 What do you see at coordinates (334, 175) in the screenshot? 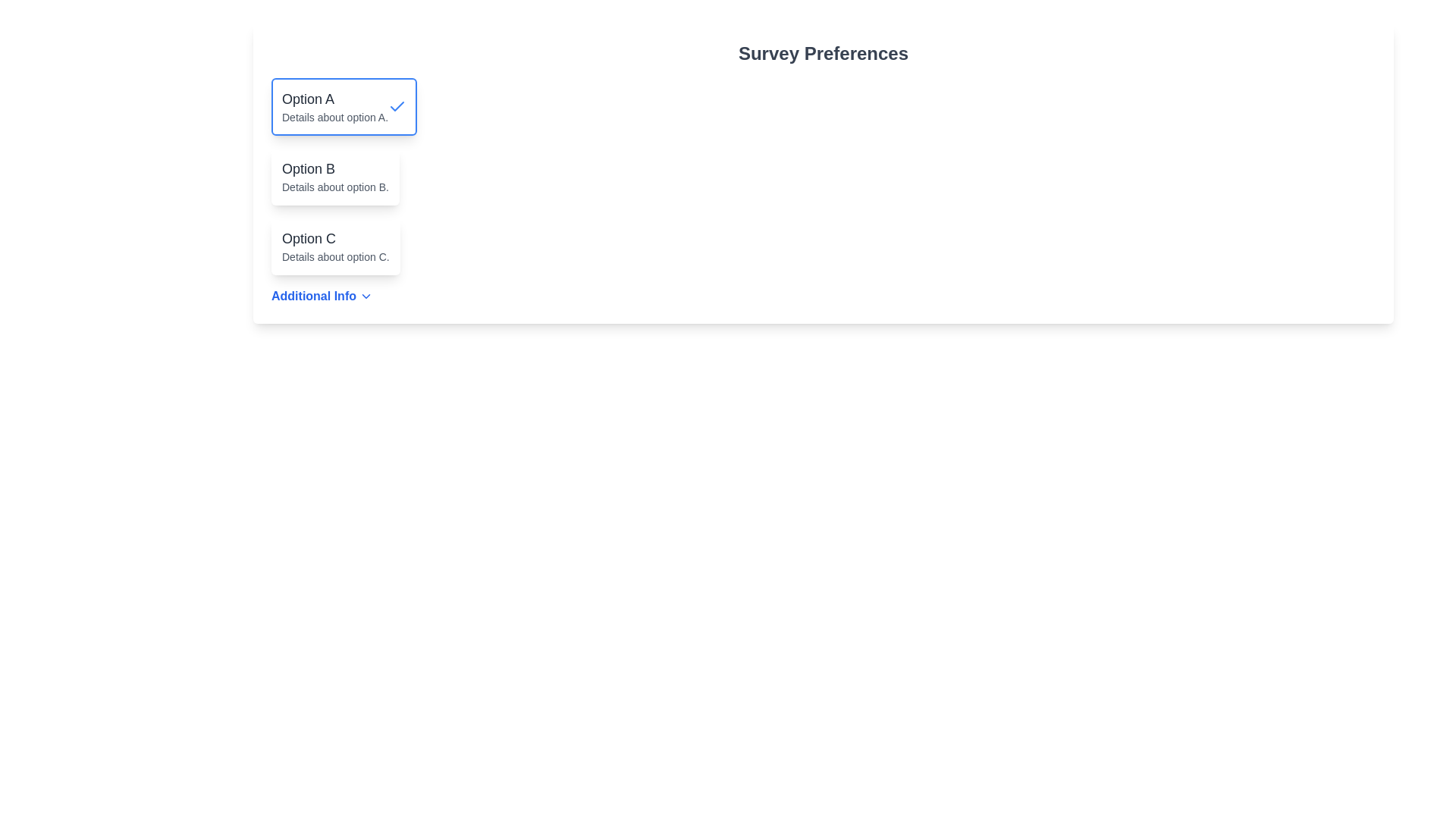
I see `the second card-like button in the vertically stacked list` at bounding box center [334, 175].